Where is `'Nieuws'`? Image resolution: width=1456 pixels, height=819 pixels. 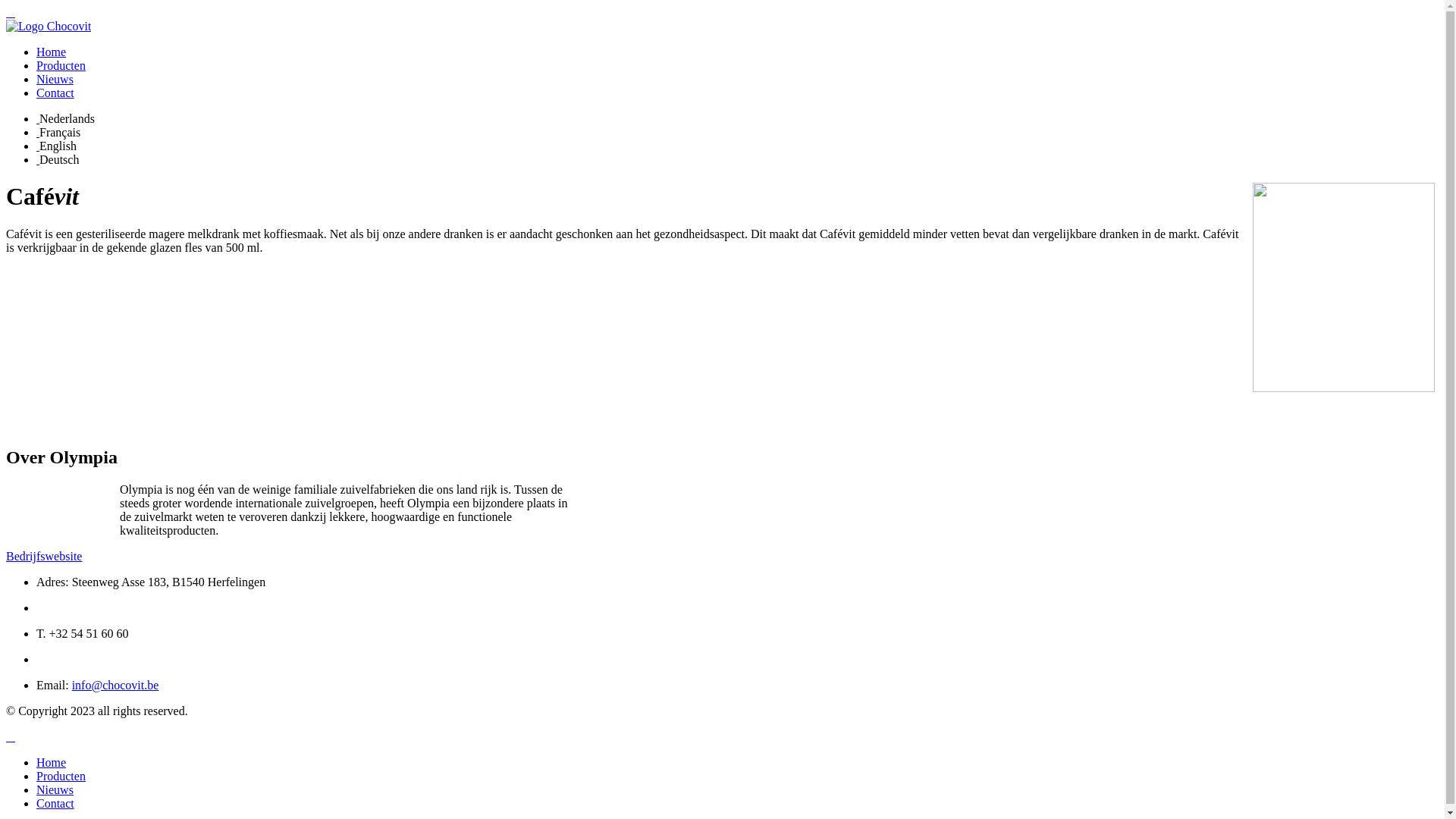
'Nieuws' is located at coordinates (55, 789).